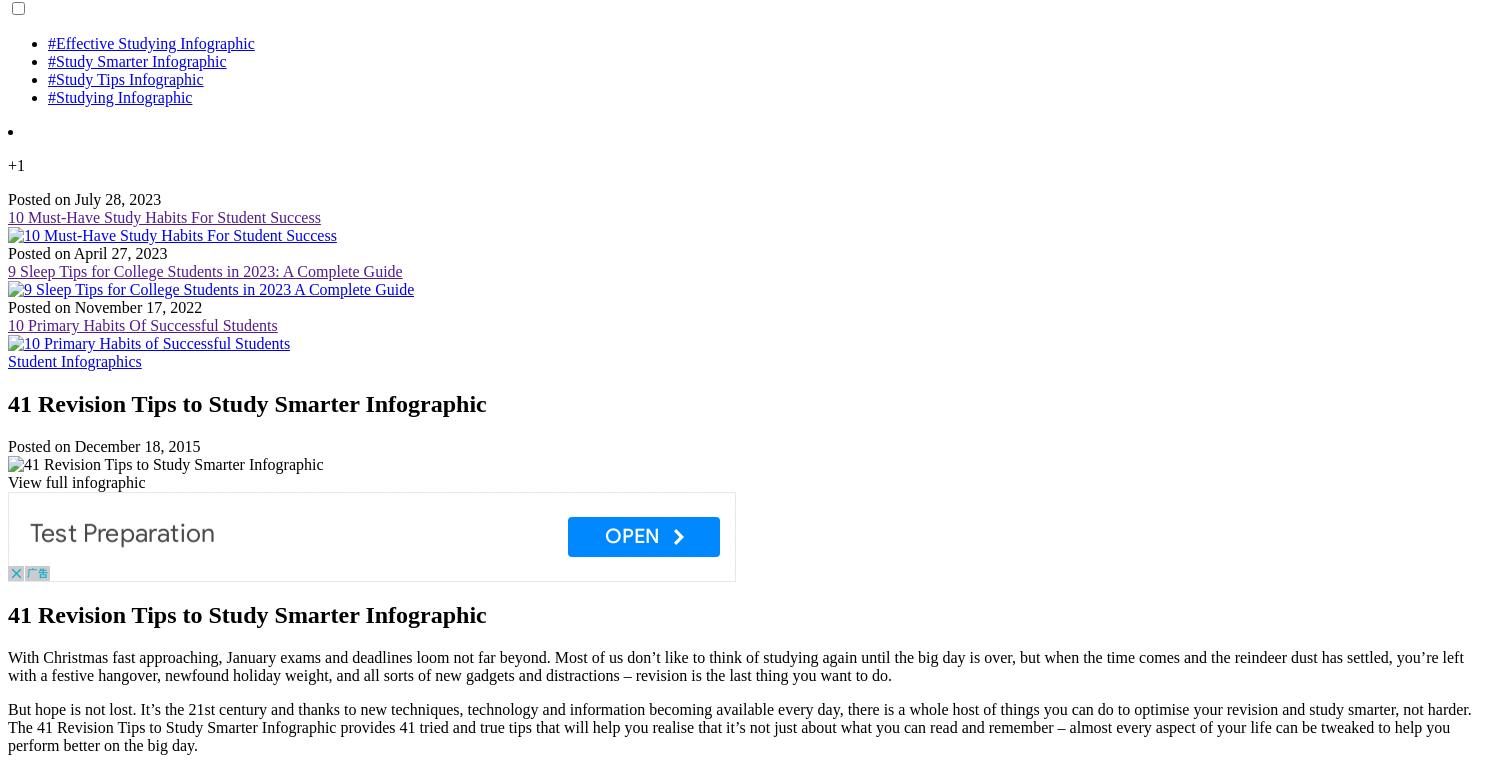  I want to click on '#Studying Infographic', so click(119, 96).